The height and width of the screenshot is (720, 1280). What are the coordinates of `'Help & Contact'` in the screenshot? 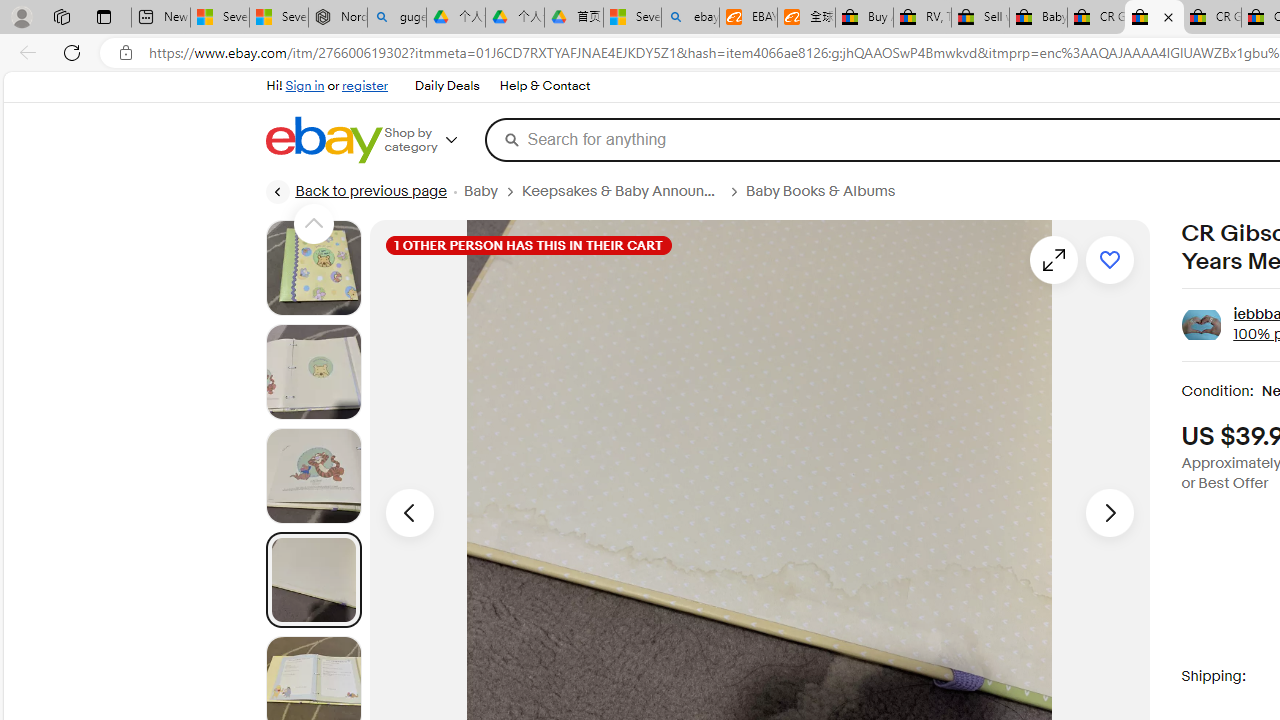 It's located at (544, 85).